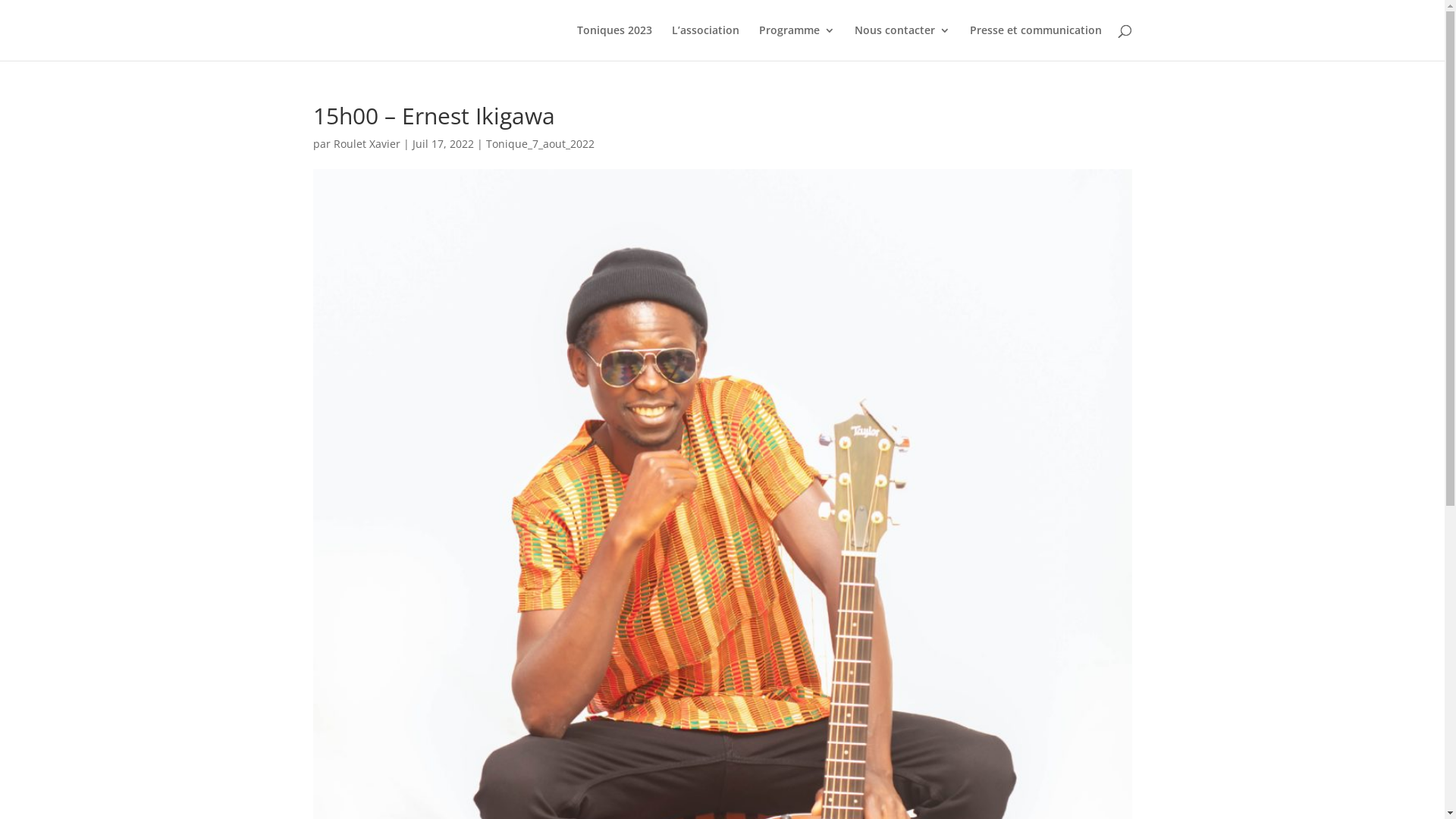 Image resolution: width=1456 pixels, height=819 pixels. Describe the element at coordinates (333, 143) in the screenshot. I see `'Roulet Xavier'` at that location.